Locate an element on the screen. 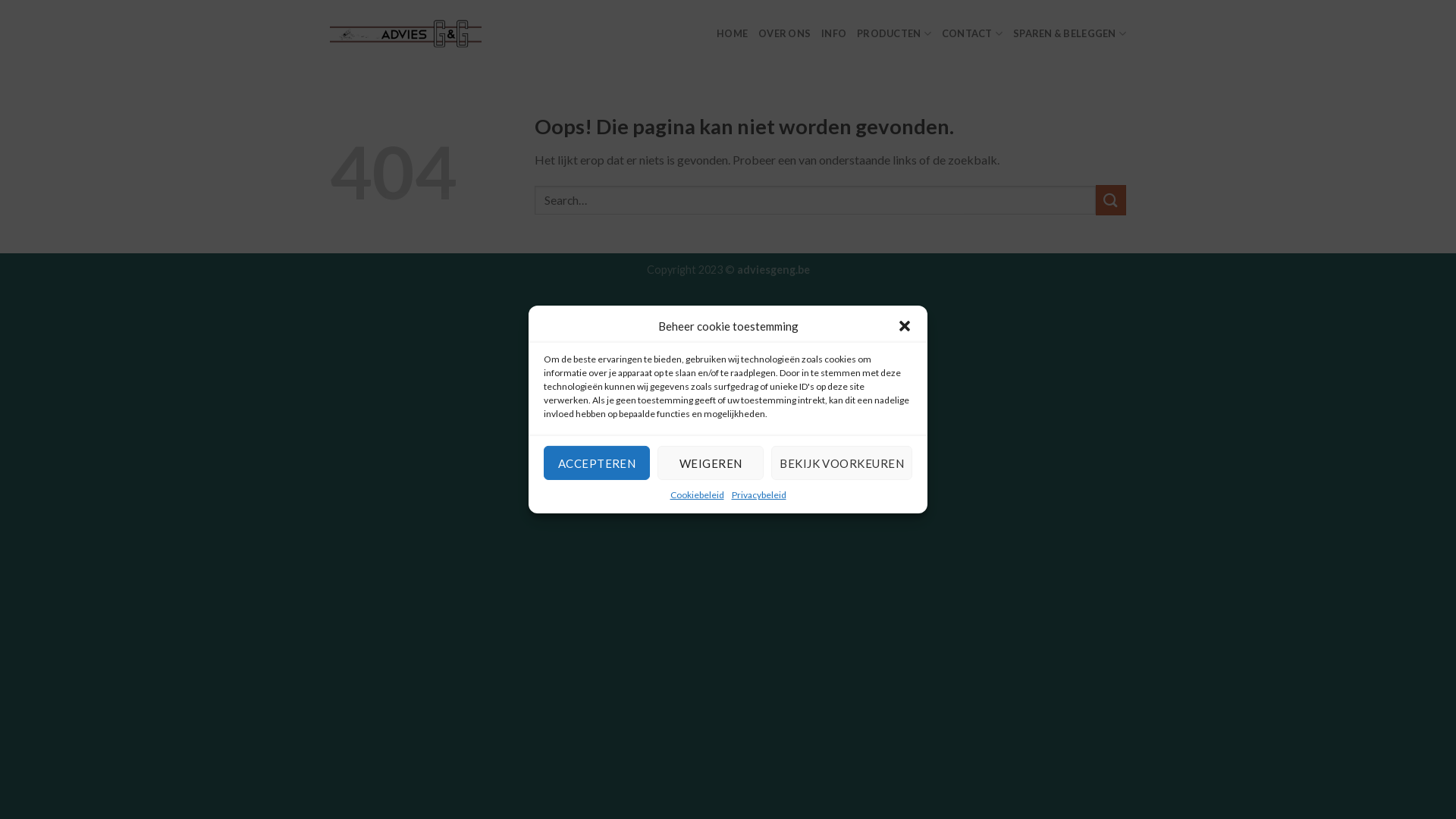 The height and width of the screenshot is (819, 1456). 'INFO' is located at coordinates (833, 33).